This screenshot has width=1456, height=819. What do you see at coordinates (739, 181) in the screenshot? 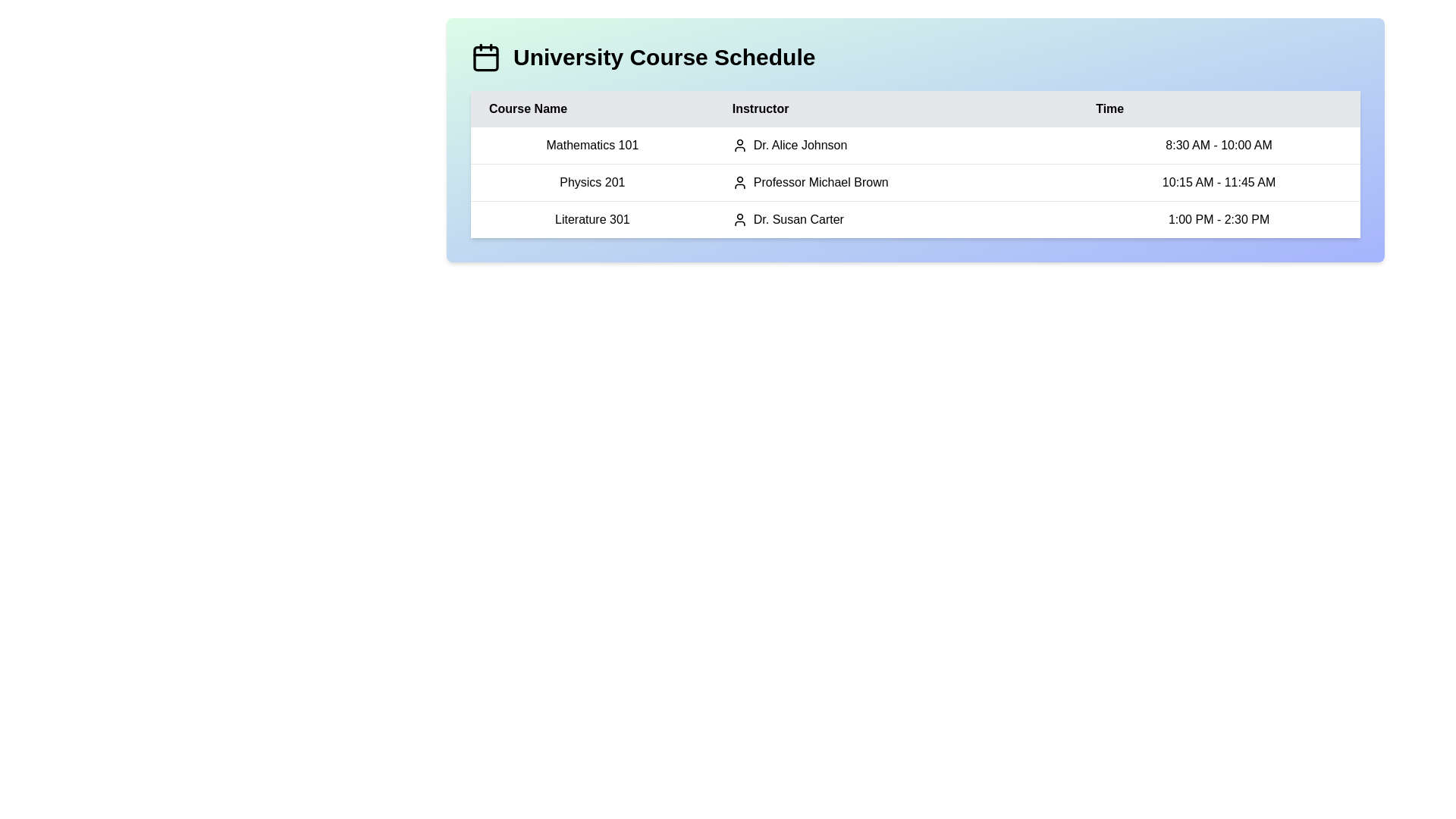
I see `the user profile icon representing 'Professor Michael Brown' located in the second row under the 'Instructor' column` at bounding box center [739, 181].